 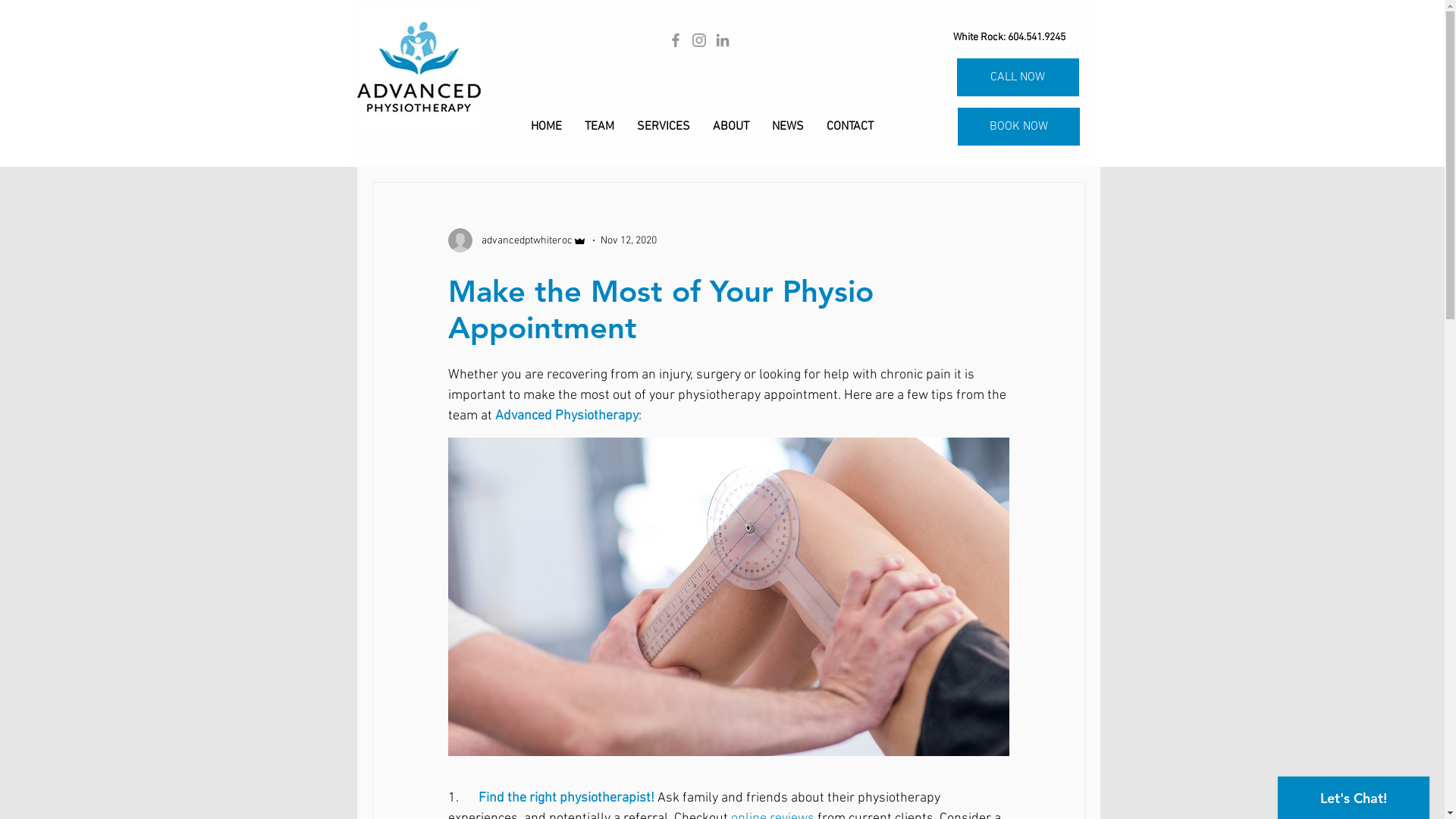 What do you see at coordinates (545, 125) in the screenshot?
I see `'HOME'` at bounding box center [545, 125].